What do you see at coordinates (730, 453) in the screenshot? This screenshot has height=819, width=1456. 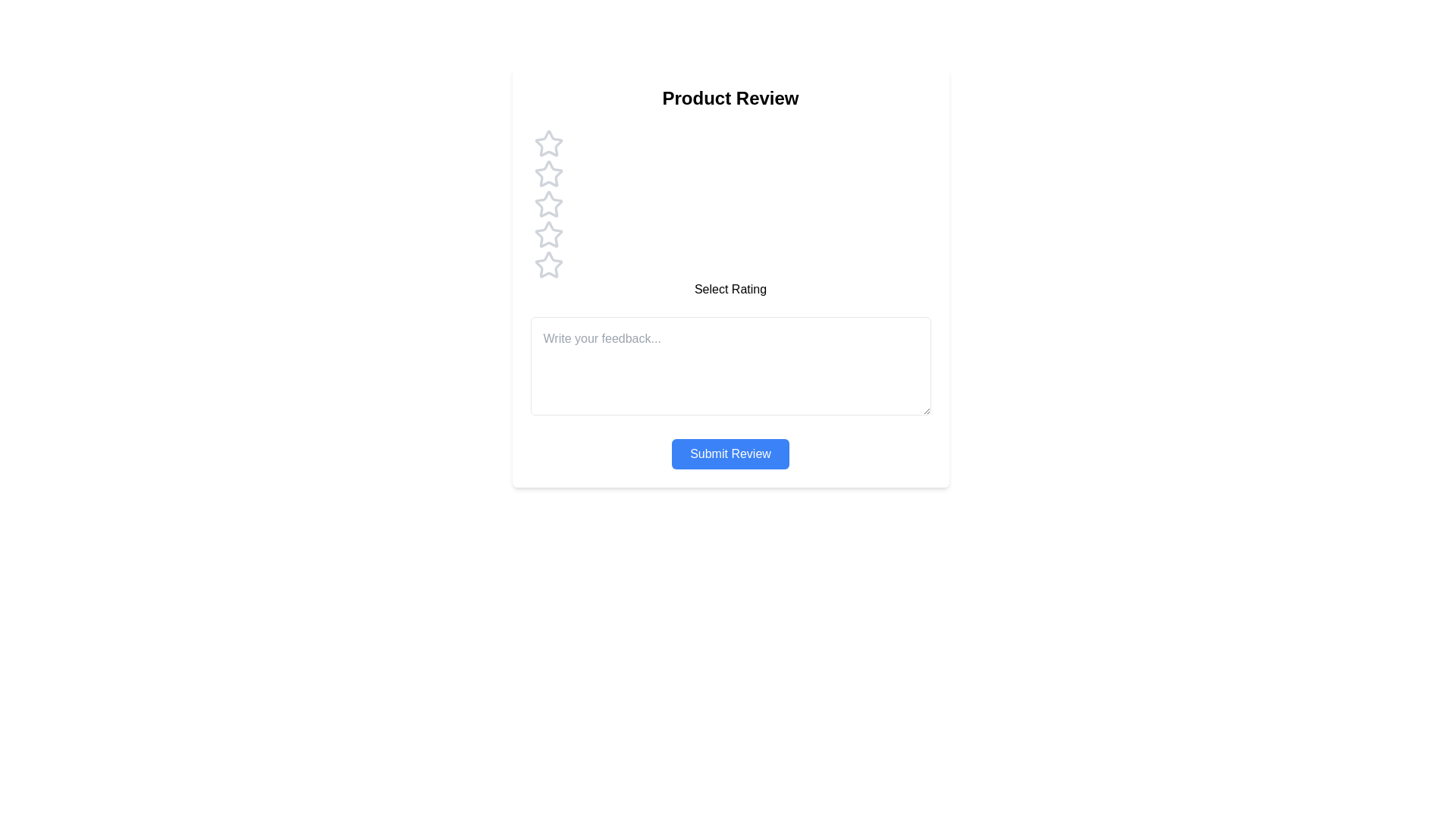 I see `the blue 'Submit Review' button` at bounding box center [730, 453].